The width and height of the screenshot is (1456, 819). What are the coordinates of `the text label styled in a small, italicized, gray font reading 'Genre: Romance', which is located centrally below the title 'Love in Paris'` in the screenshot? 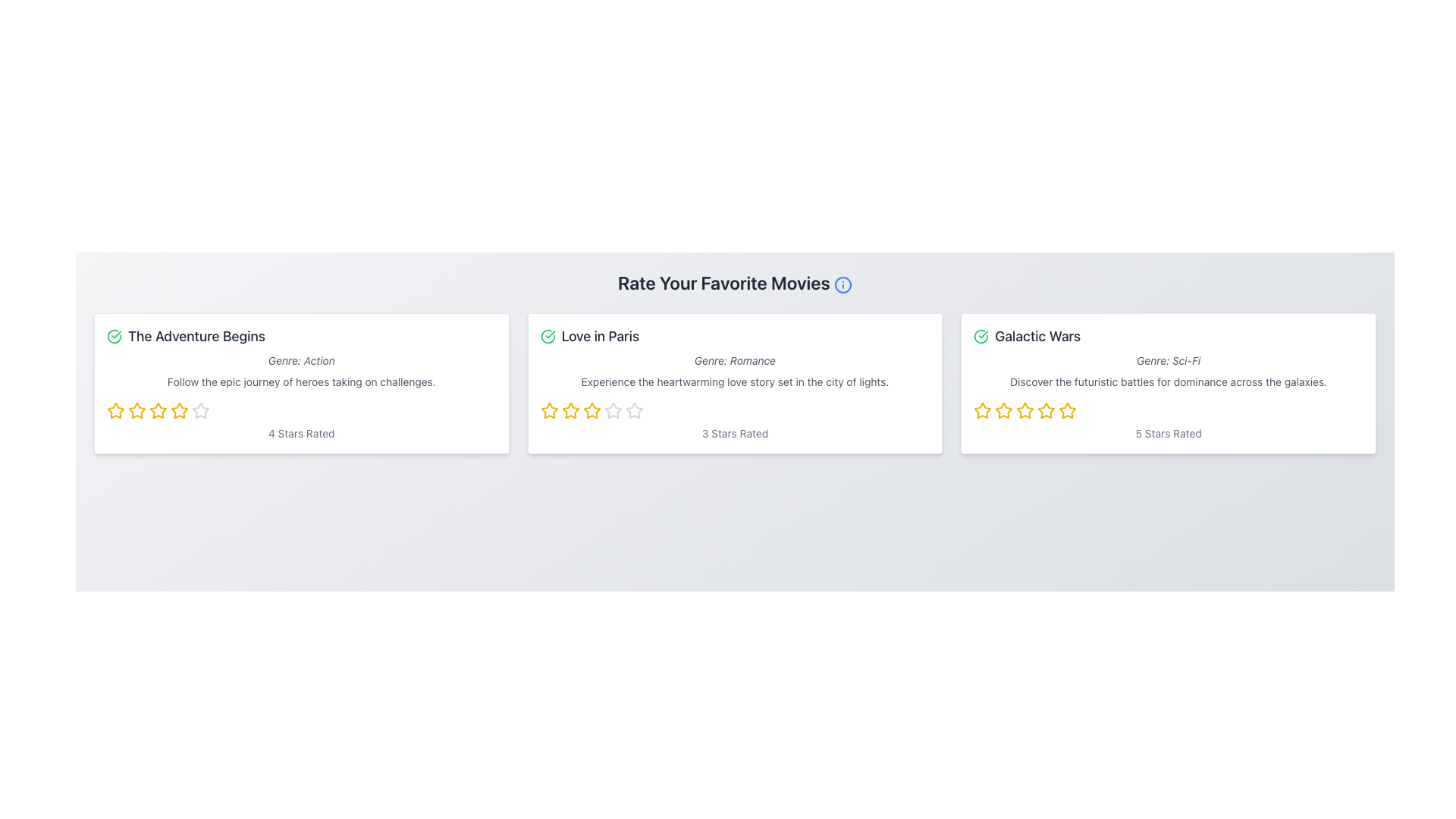 It's located at (735, 360).